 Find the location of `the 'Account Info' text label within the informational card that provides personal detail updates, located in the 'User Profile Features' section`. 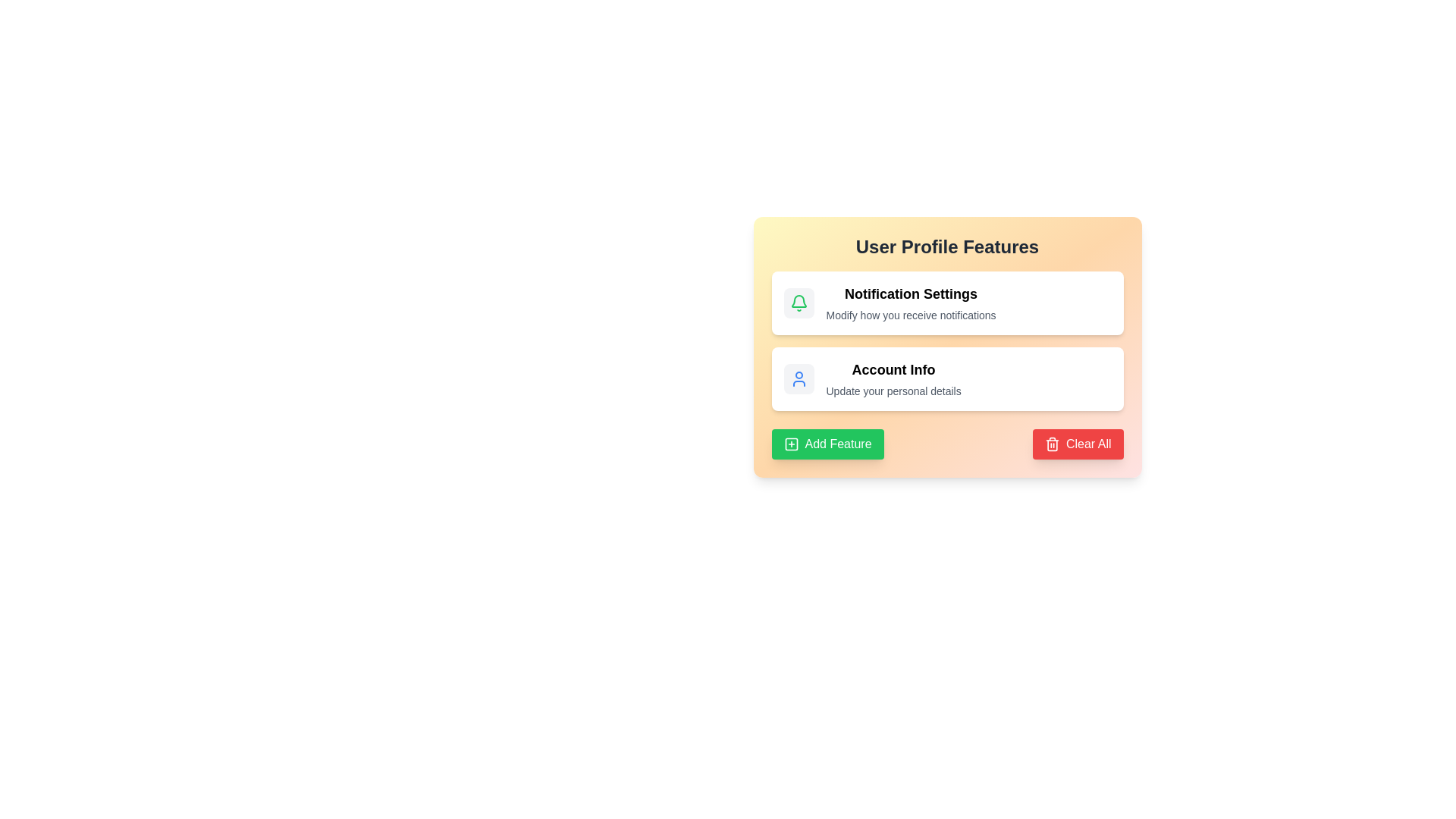

the 'Account Info' text label within the informational card that provides personal detail updates, located in the 'User Profile Features' section is located at coordinates (893, 378).